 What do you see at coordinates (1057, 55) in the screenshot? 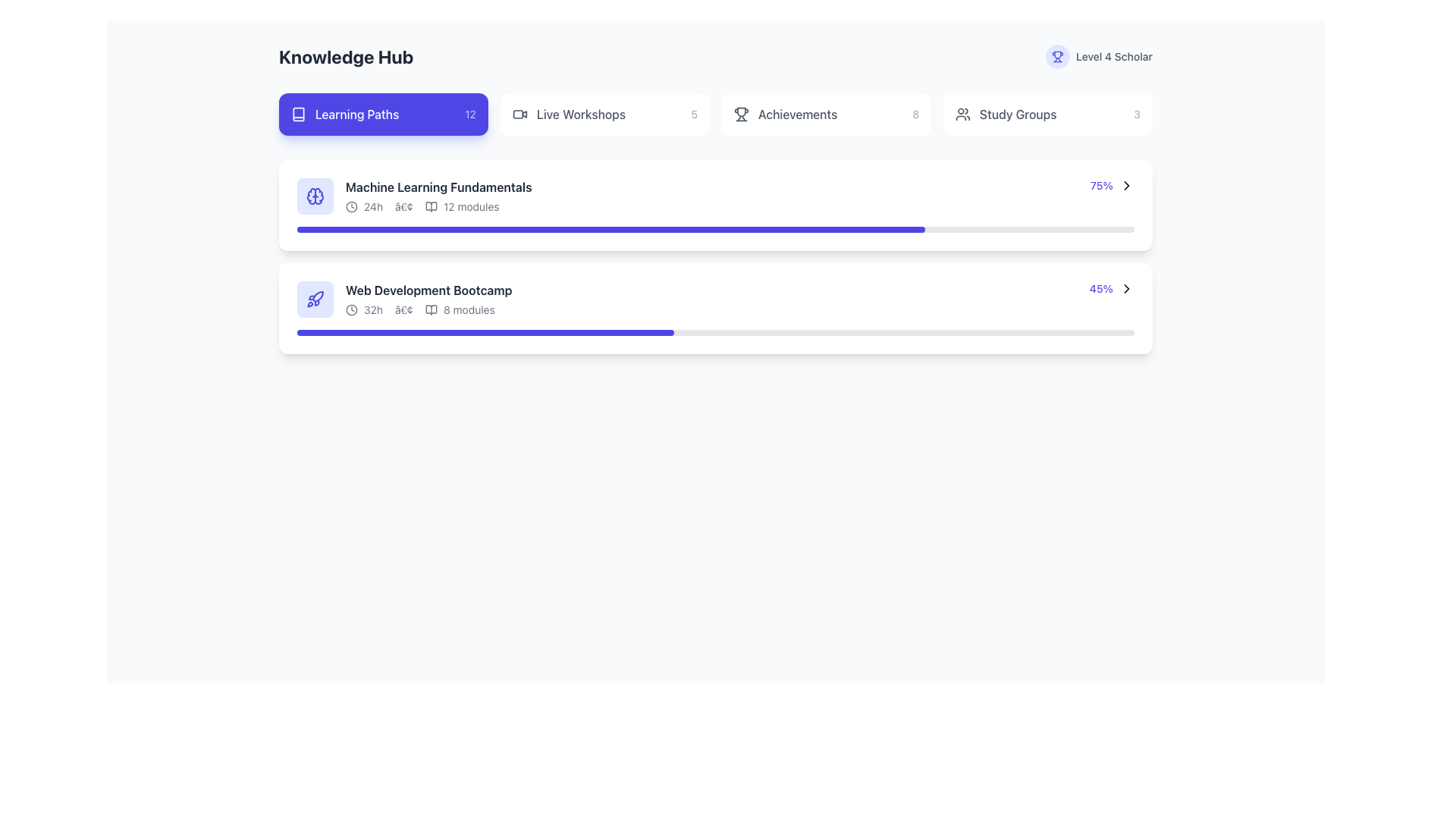
I see `the indigo trophy icon located in the top-right section of the UI, adjacent to the 'Level 4 Scholar' label` at bounding box center [1057, 55].